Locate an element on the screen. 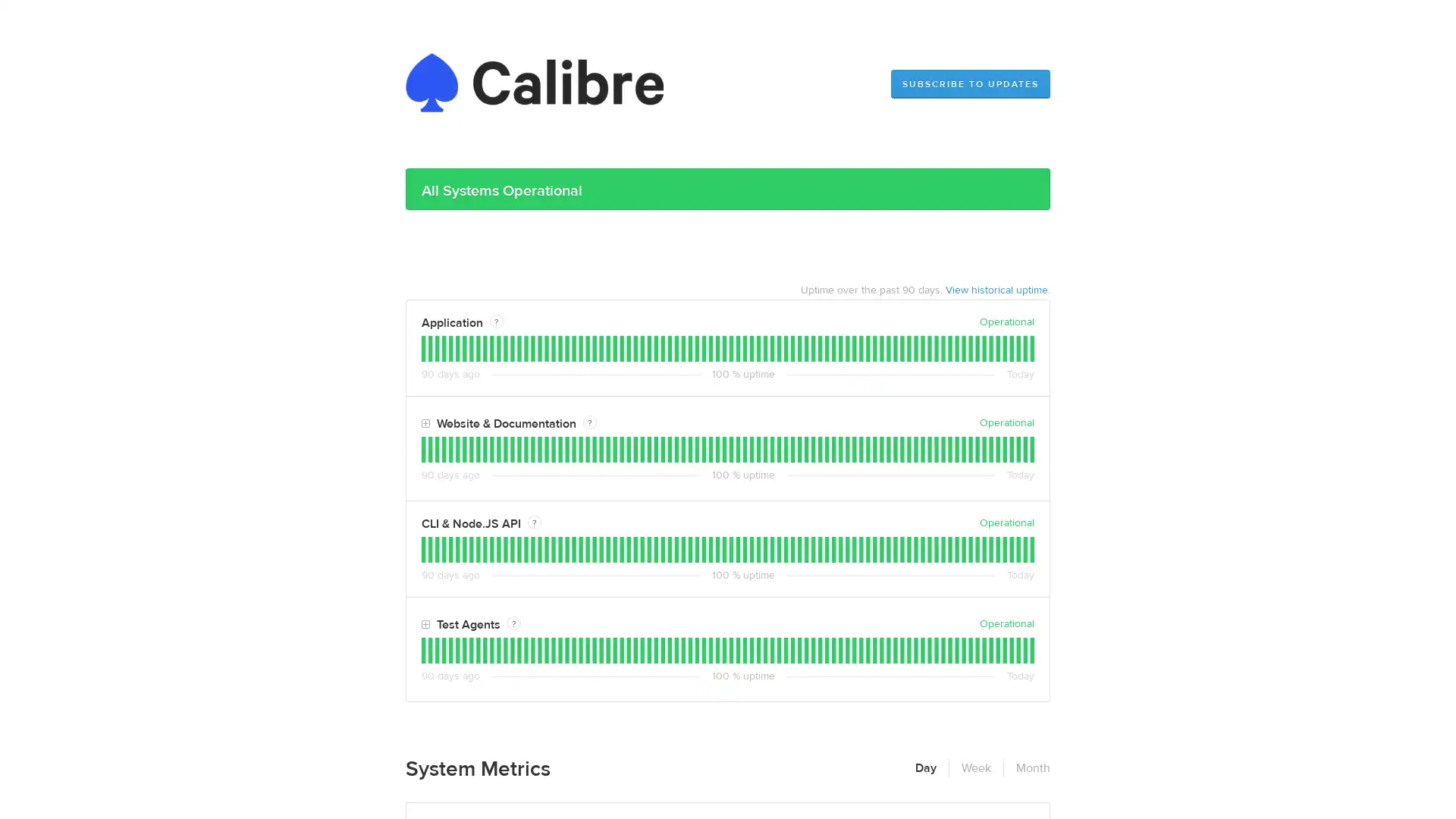 This screenshot has height=819, width=1456. Toggle Website & Documentation is located at coordinates (425, 424).